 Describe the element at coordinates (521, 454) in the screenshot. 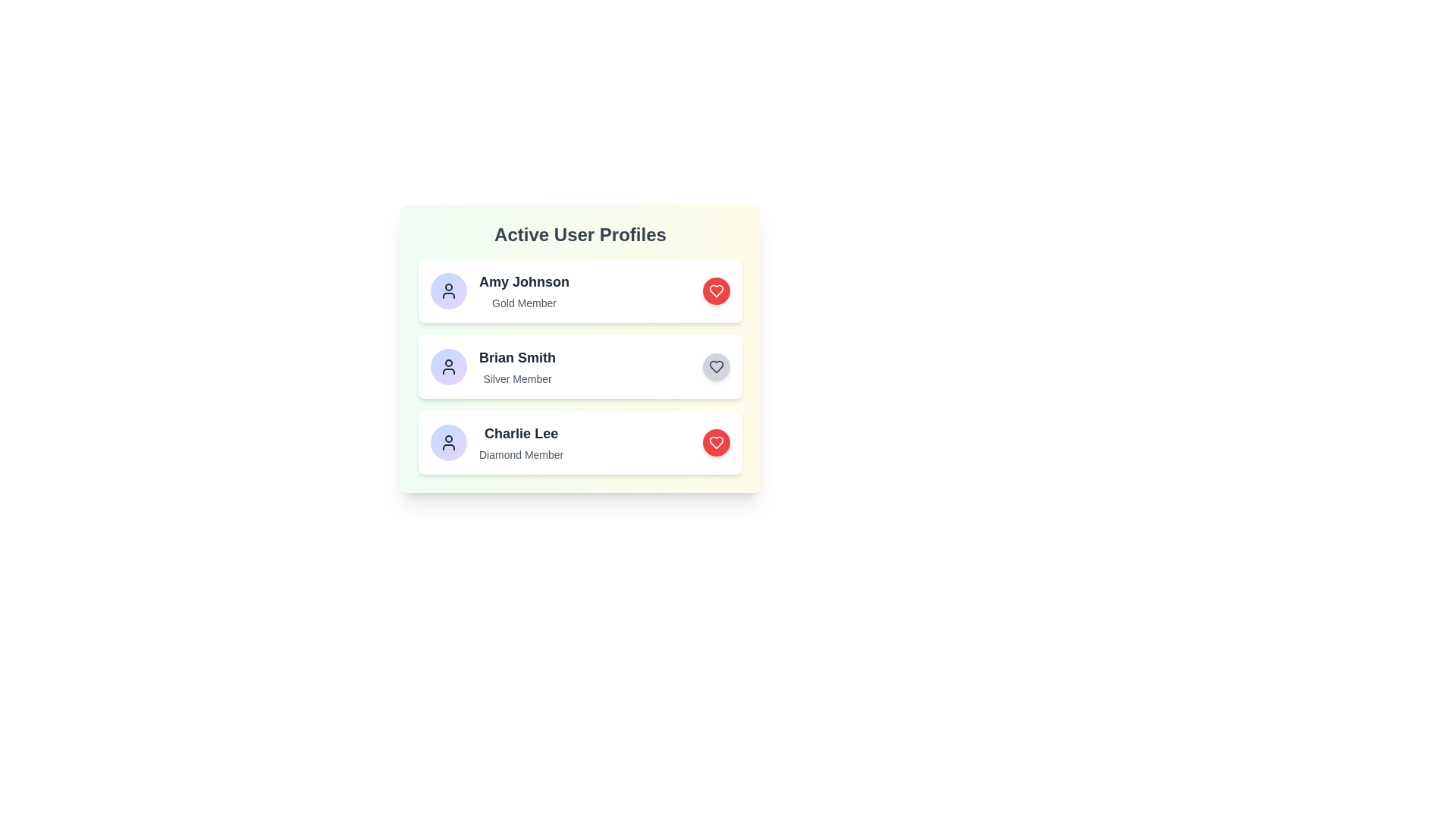

I see `the 'Diamond Member' text label, which is a small gray font label located below the username 'Charlie Lee' in the user card` at that location.